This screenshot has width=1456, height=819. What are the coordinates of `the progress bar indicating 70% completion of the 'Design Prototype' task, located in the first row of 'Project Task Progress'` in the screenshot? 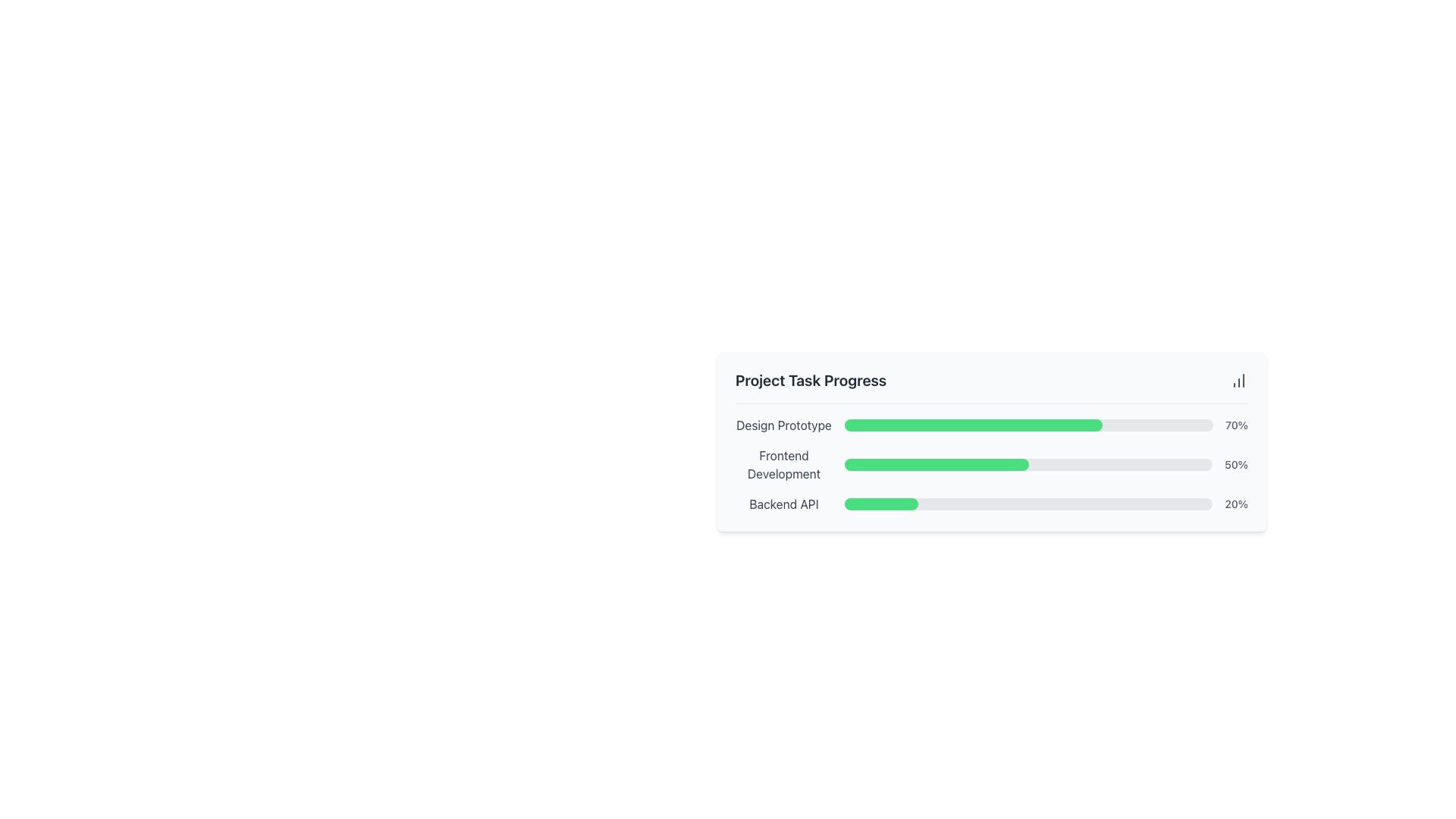 It's located at (1029, 425).